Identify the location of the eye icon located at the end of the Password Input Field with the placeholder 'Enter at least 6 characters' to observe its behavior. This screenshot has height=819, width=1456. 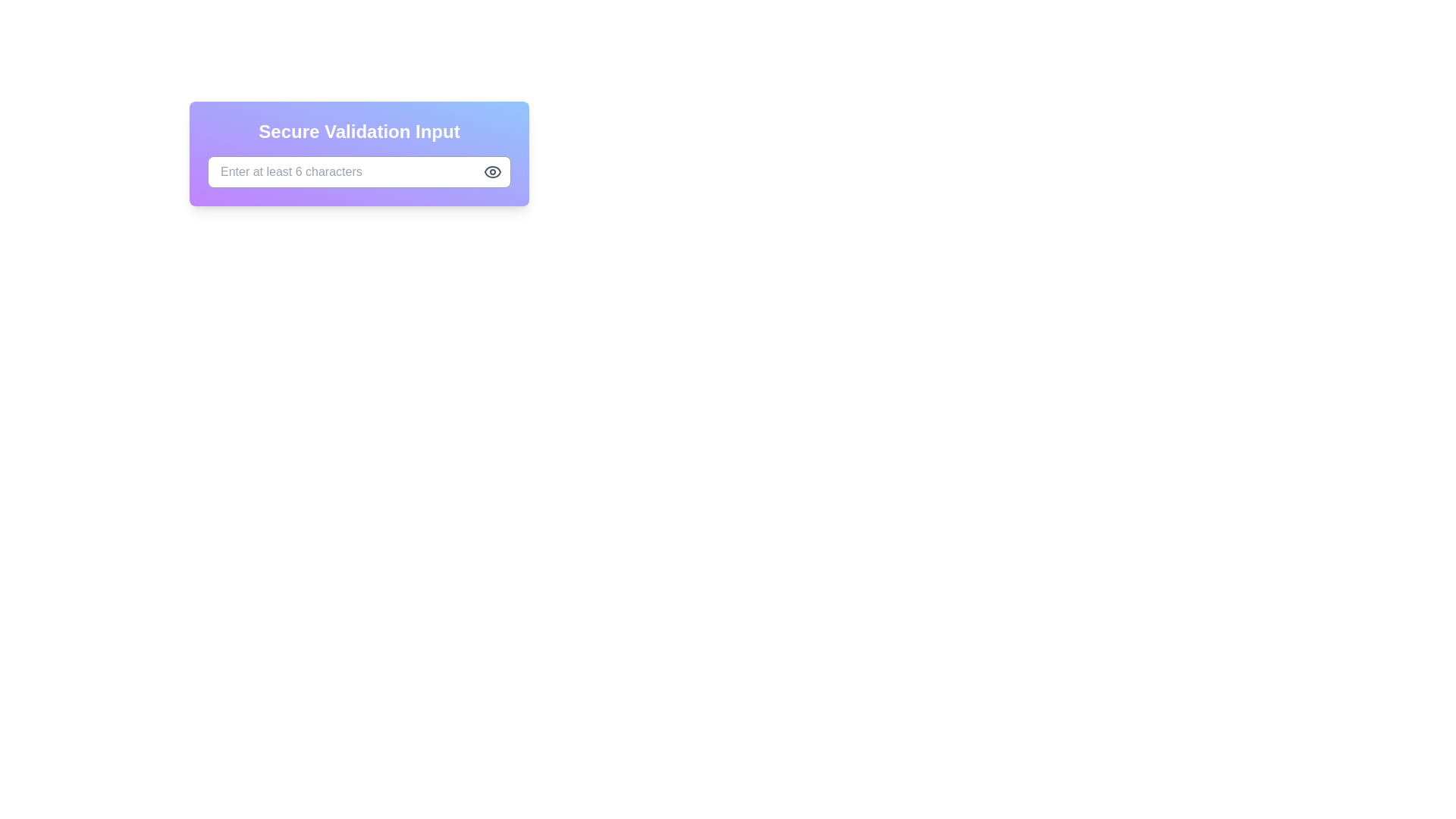
(359, 171).